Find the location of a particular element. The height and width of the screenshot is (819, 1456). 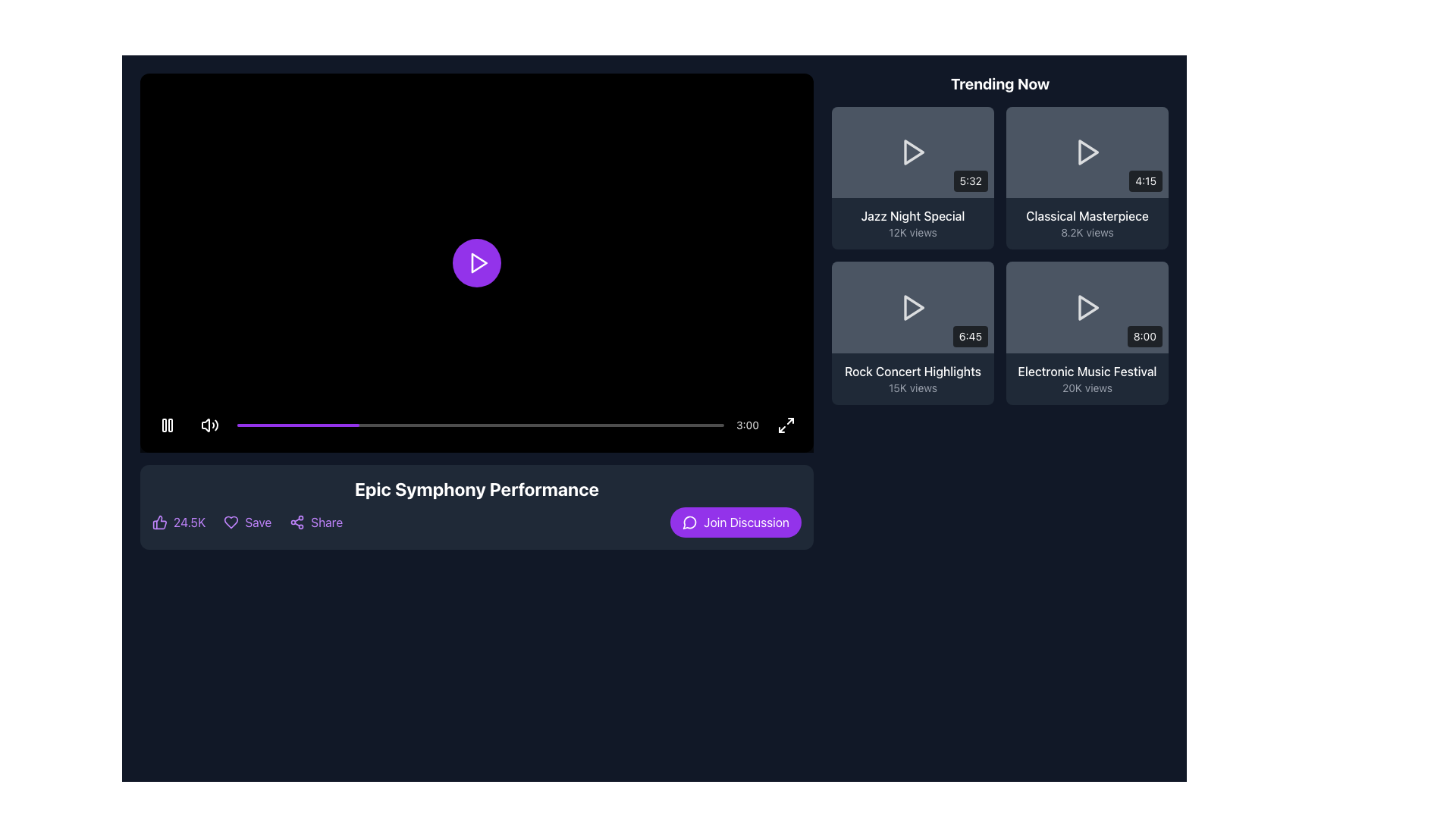

the timer indicator text label at the bottom-right of the video player control bar, which displays the current video timestamp or duration is located at coordinates (748, 425).